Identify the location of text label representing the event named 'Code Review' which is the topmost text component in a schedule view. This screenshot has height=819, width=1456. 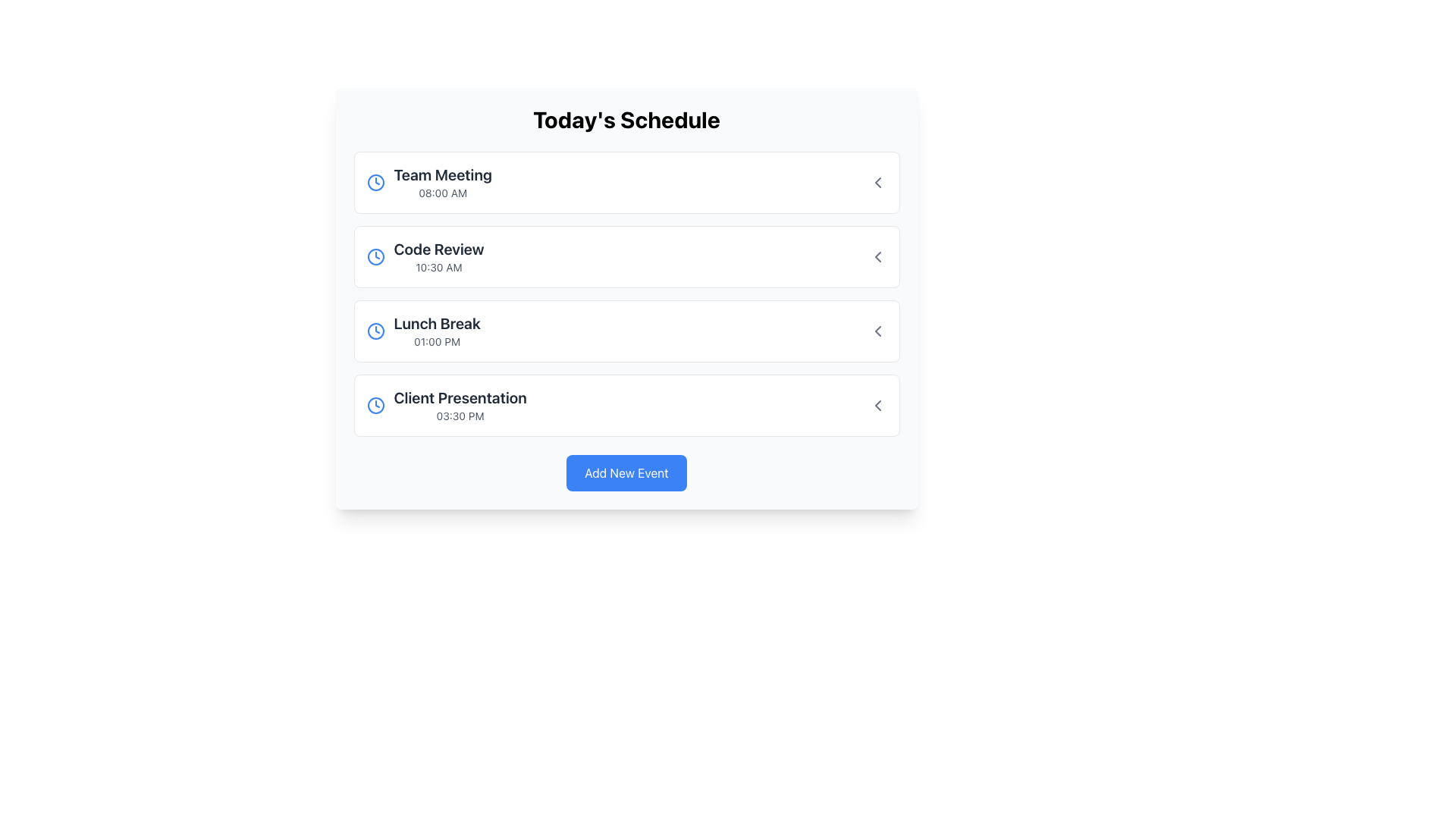
(438, 248).